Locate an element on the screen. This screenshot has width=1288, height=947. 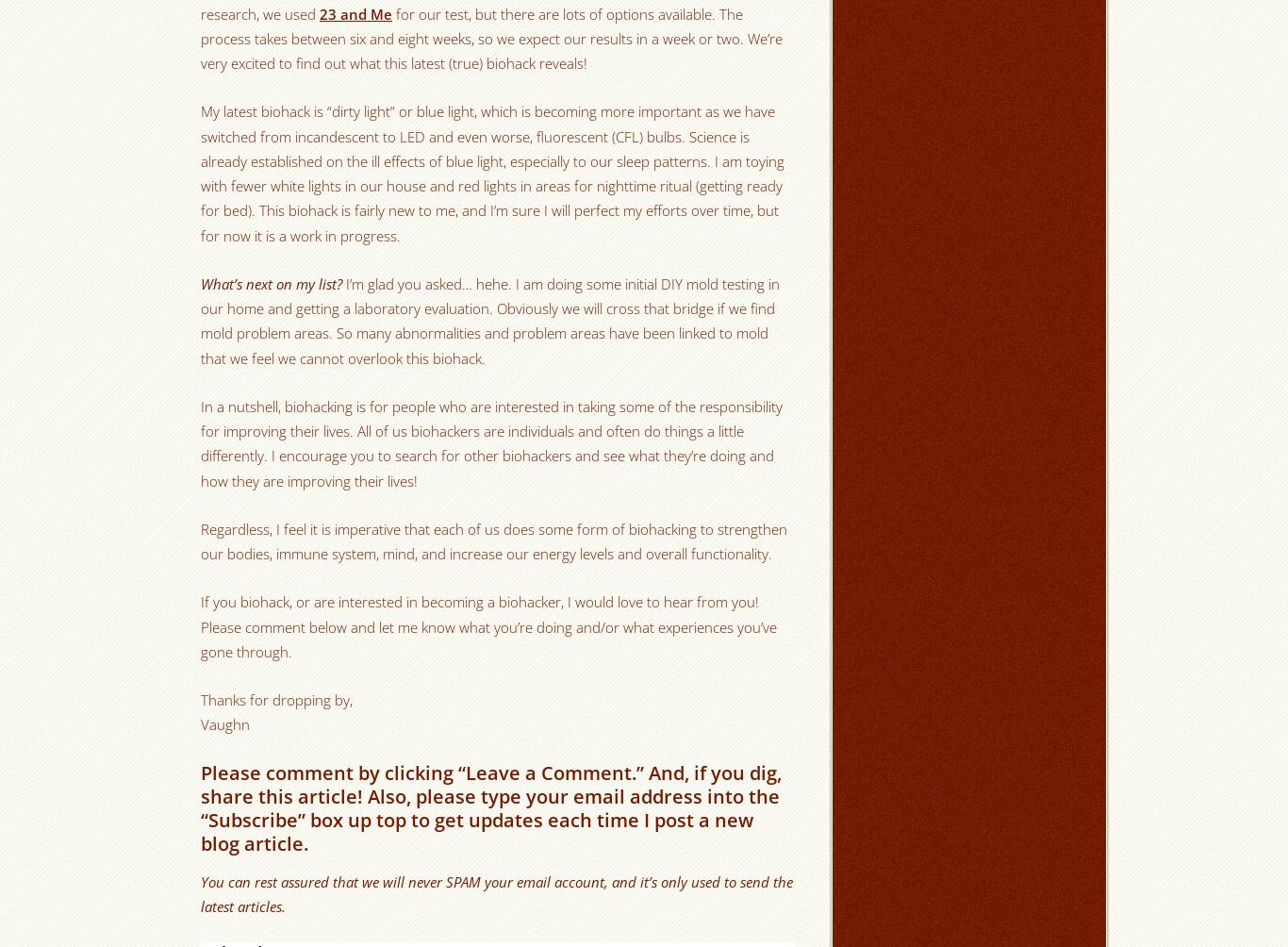
'Thanks for dropping by,' is located at coordinates (276, 698).